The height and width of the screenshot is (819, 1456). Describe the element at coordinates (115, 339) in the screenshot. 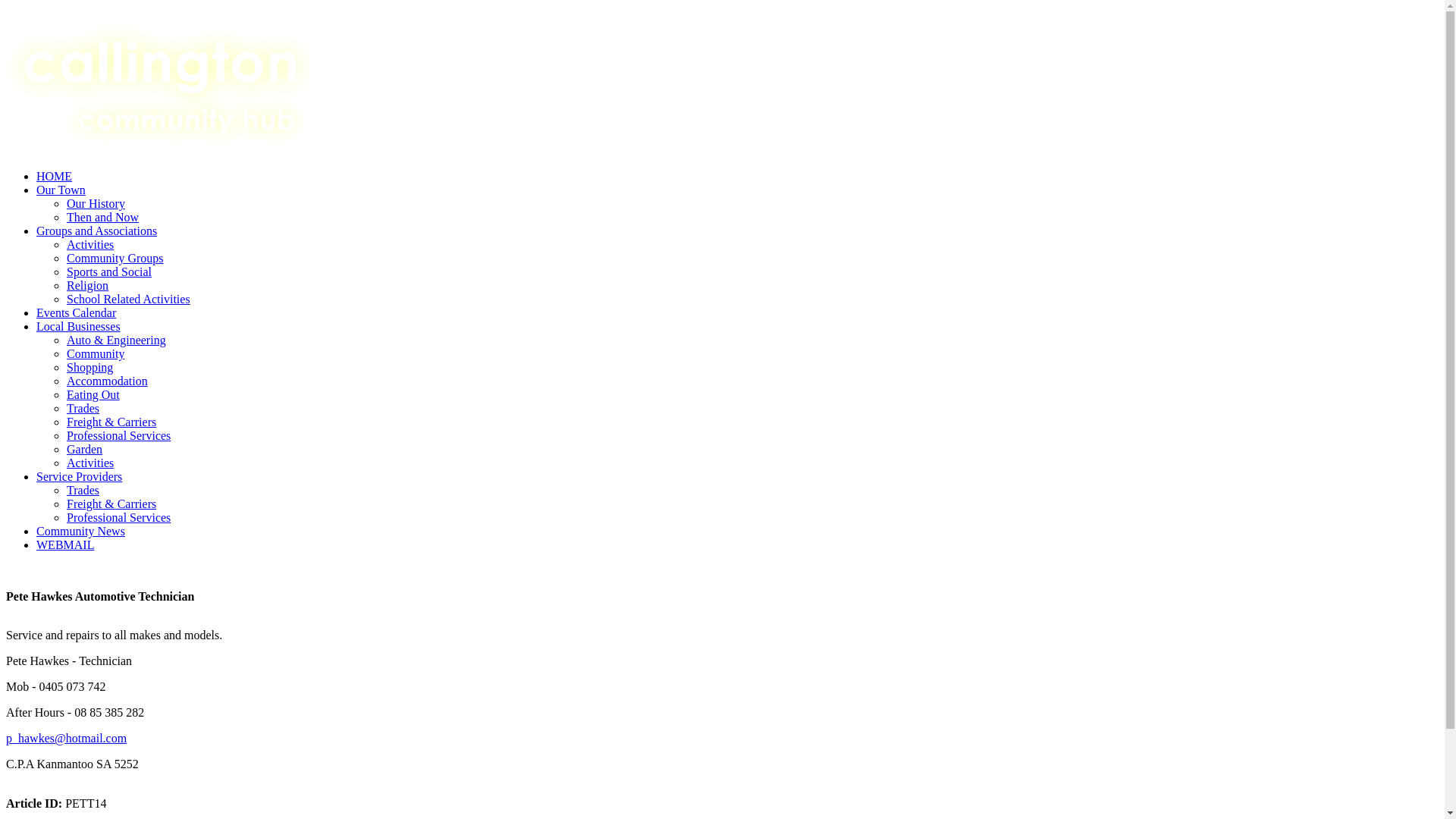

I see `'Auto & Engineering'` at that location.